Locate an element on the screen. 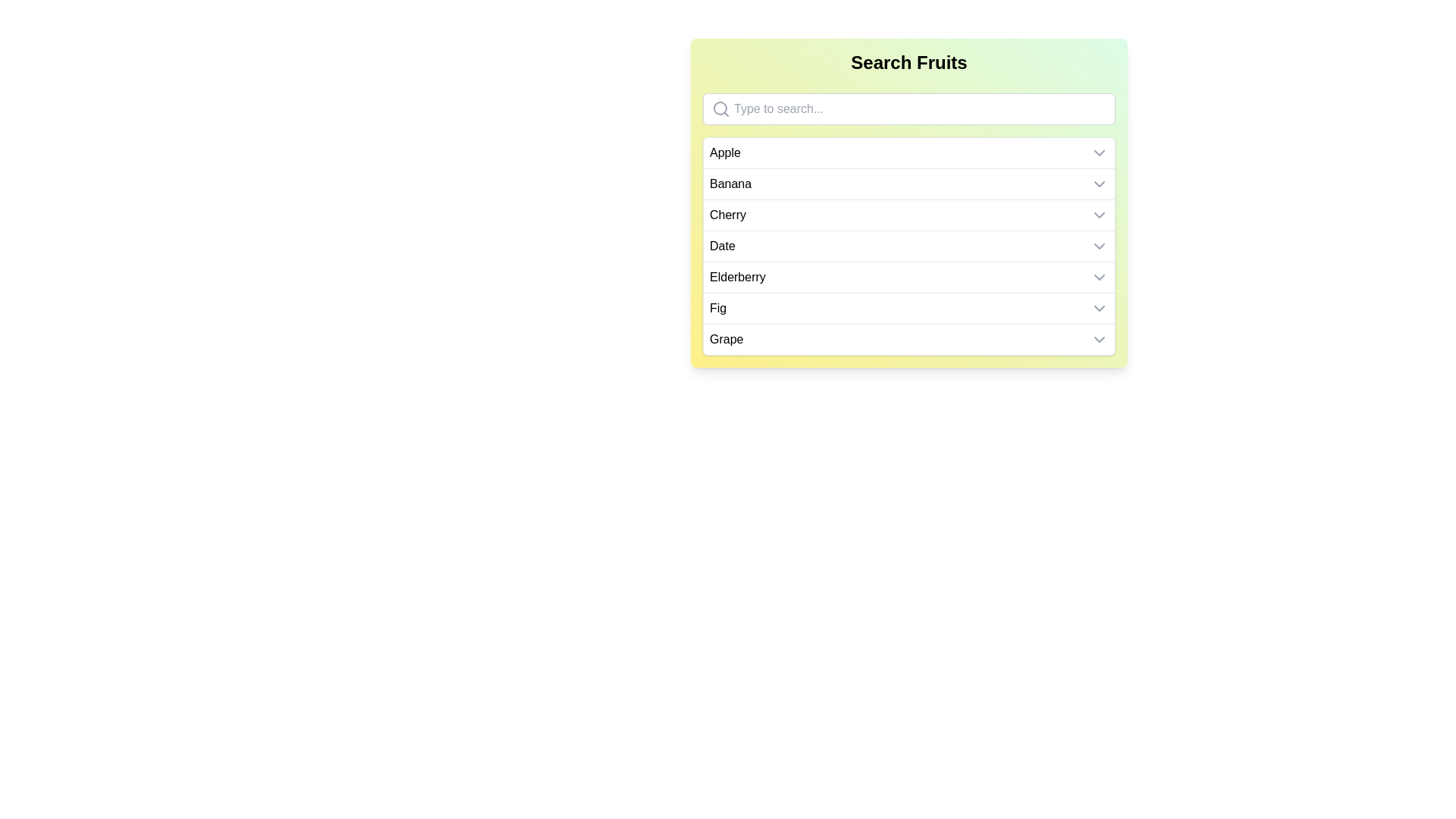 Image resolution: width=1456 pixels, height=819 pixels. the sixth list item labeled 'Fig' in the 'Search Fruits' dropdown, positioned between 'Elderberry' and 'Grape' is located at coordinates (909, 307).